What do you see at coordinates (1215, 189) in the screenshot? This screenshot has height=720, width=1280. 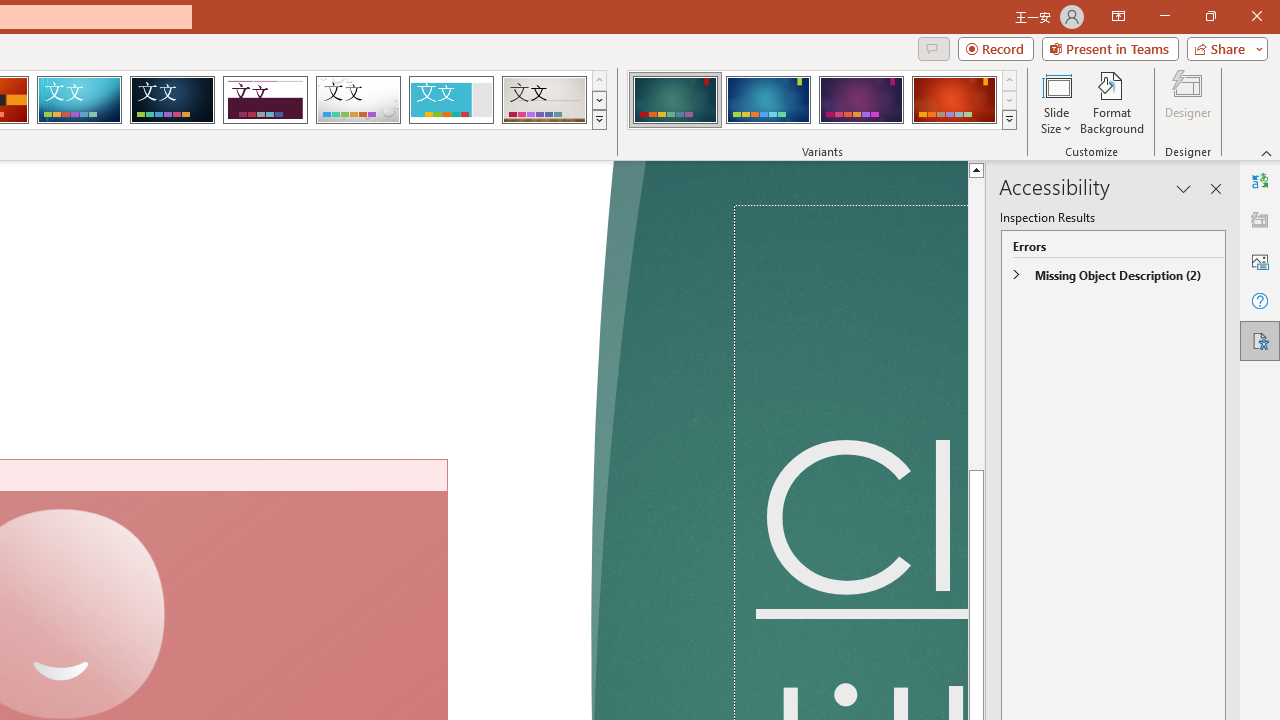 I see `'Close pane'` at bounding box center [1215, 189].